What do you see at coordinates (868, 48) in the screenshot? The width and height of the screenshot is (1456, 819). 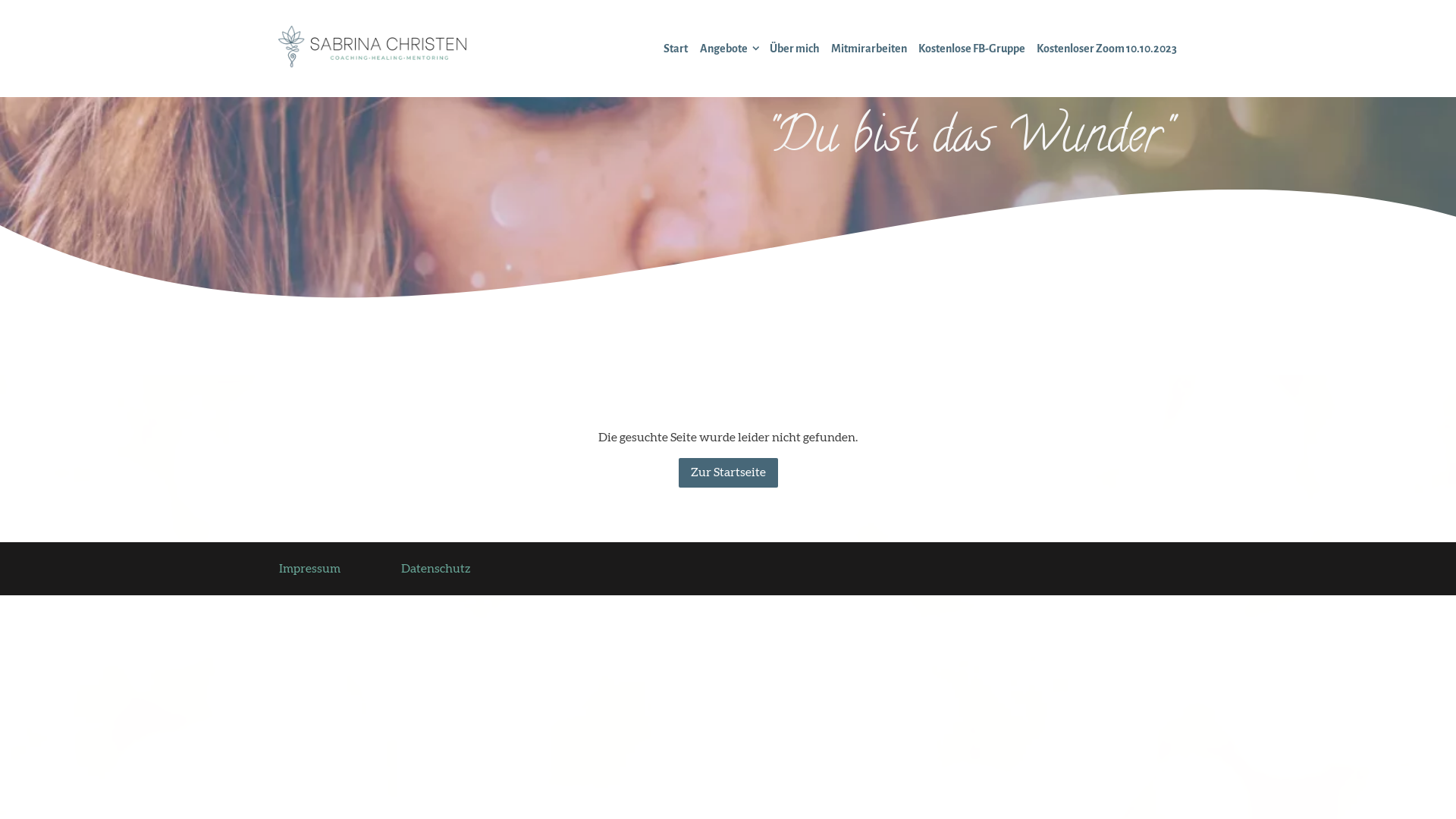 I see `'Mitmirarbeiten'` at bounding box center [868, 48].